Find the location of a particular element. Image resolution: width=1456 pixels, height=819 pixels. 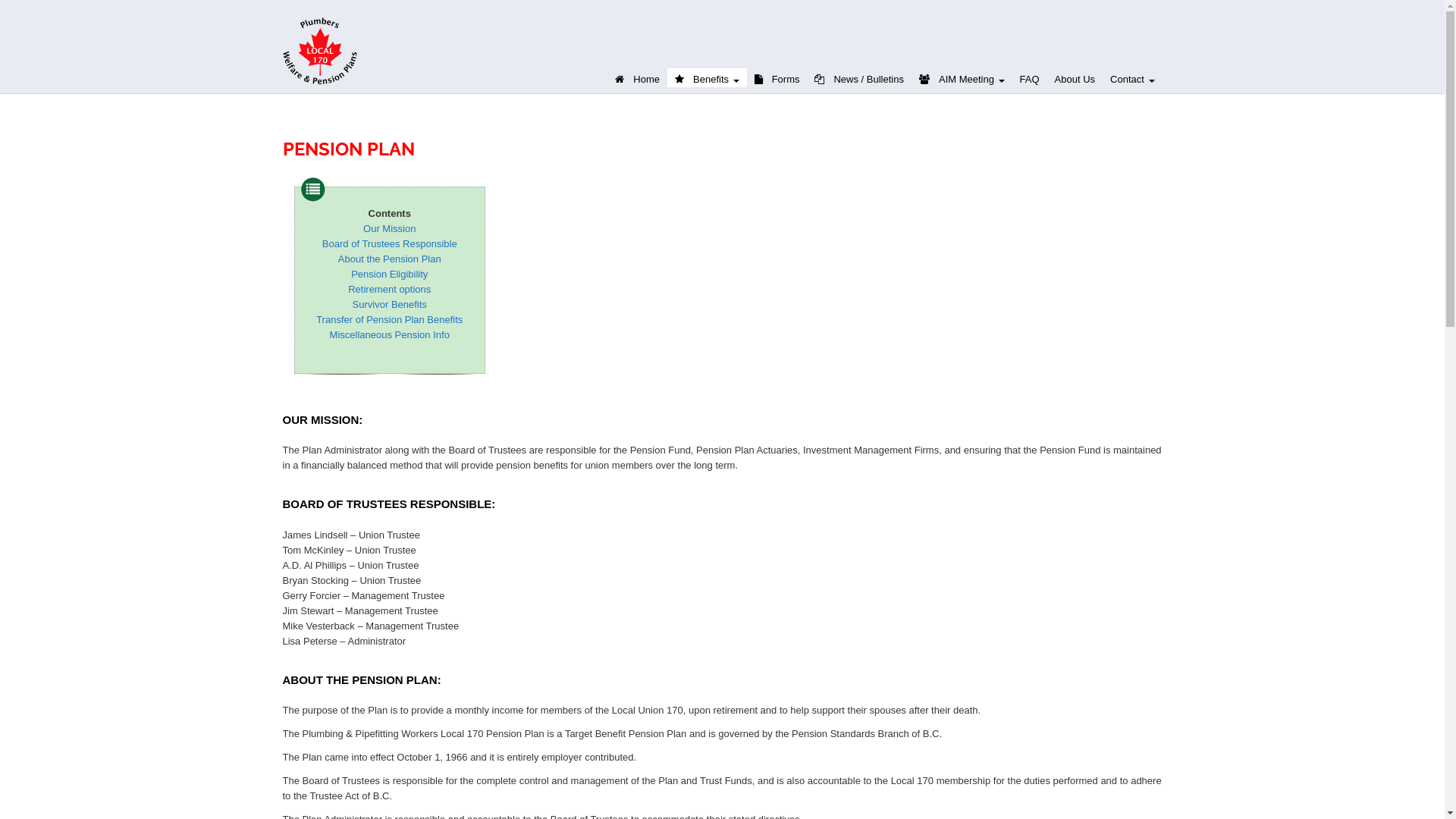

'Forms' is located at coordinates (777, 77).